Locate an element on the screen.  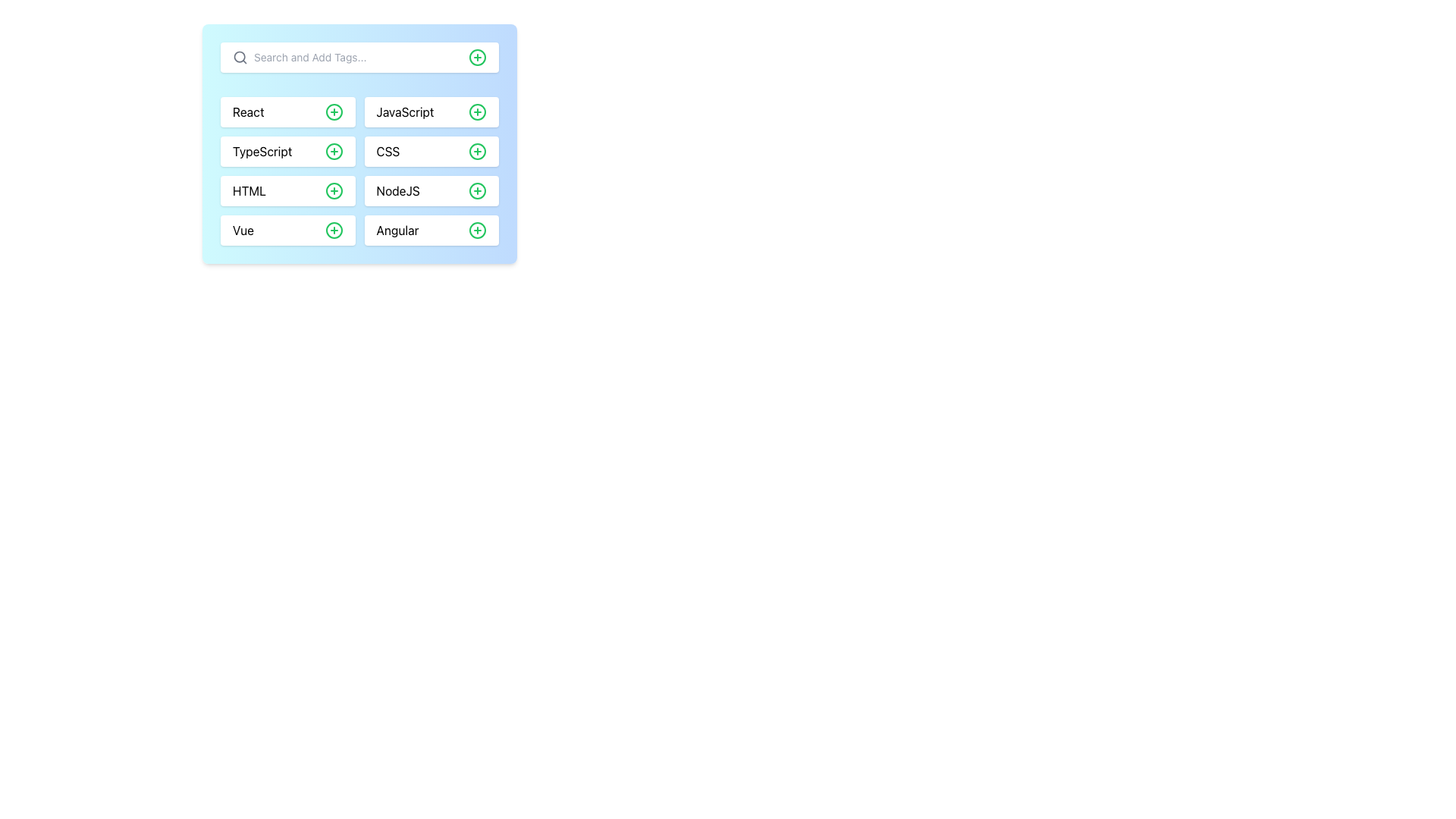
the circular magnifying glass icon within the blue search box located at the top-left corner of the interface is located at coordinates (239, 56).